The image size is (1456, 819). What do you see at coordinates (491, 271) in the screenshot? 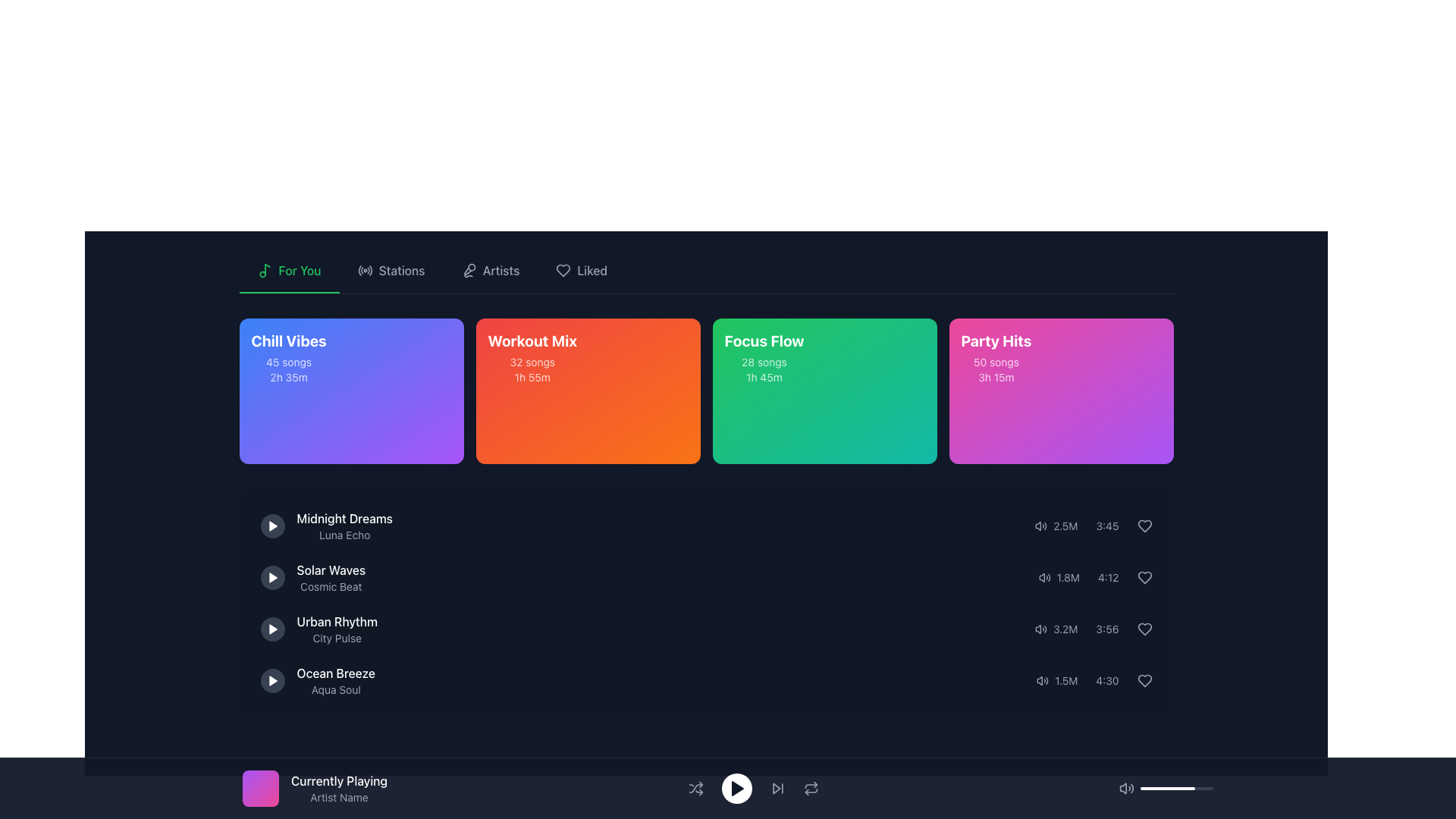
I see `the 'Artists' navigation tab, which is the third item in the menu and labeled with a microphone icon and the text 'Artists'` at bounding box center [491, 271].